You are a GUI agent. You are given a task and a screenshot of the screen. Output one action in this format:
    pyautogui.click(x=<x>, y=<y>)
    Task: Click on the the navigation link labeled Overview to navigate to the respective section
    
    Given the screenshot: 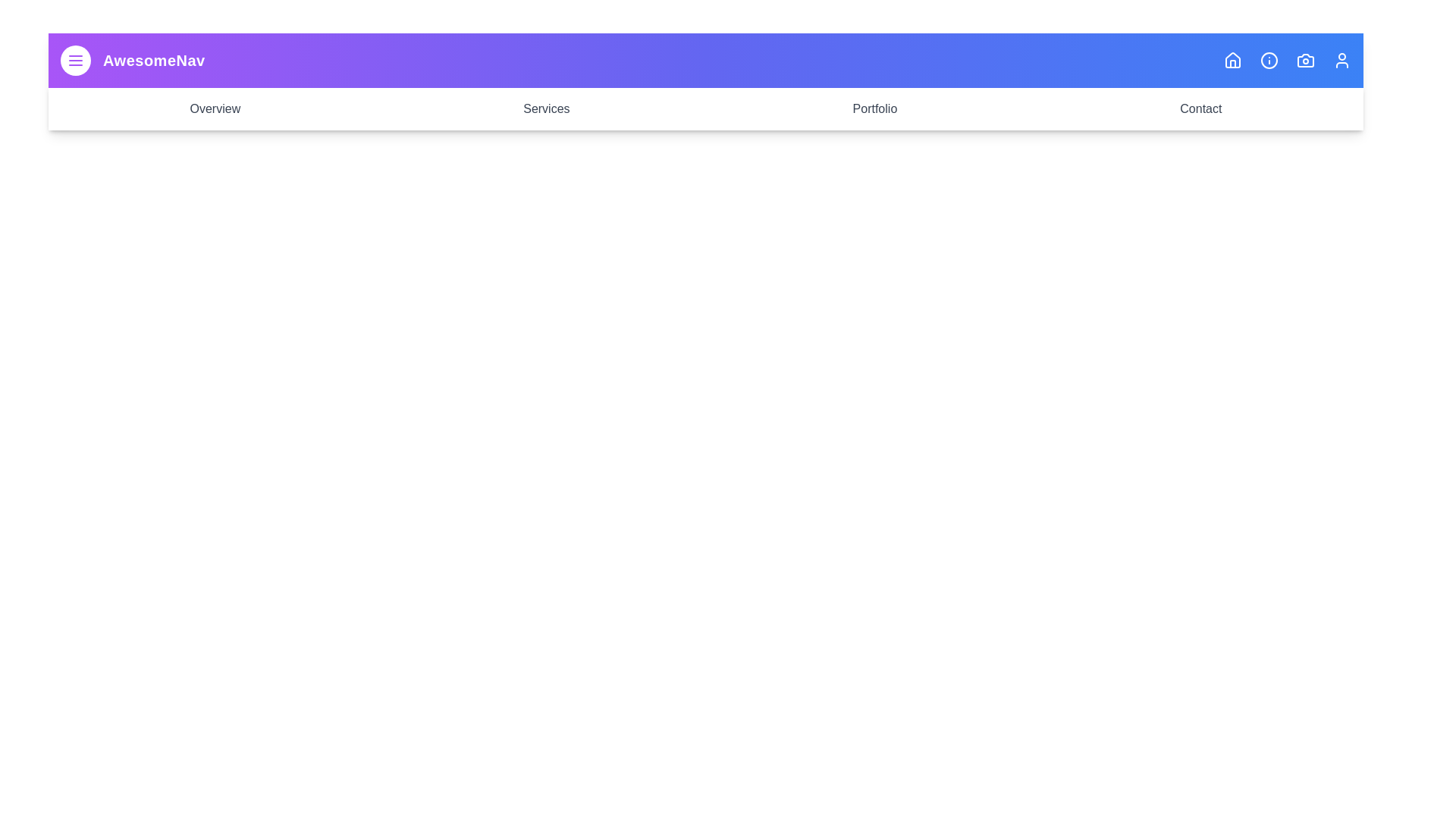 What is the action you would take?
    pyautogui.click(x=214, y=108)
    